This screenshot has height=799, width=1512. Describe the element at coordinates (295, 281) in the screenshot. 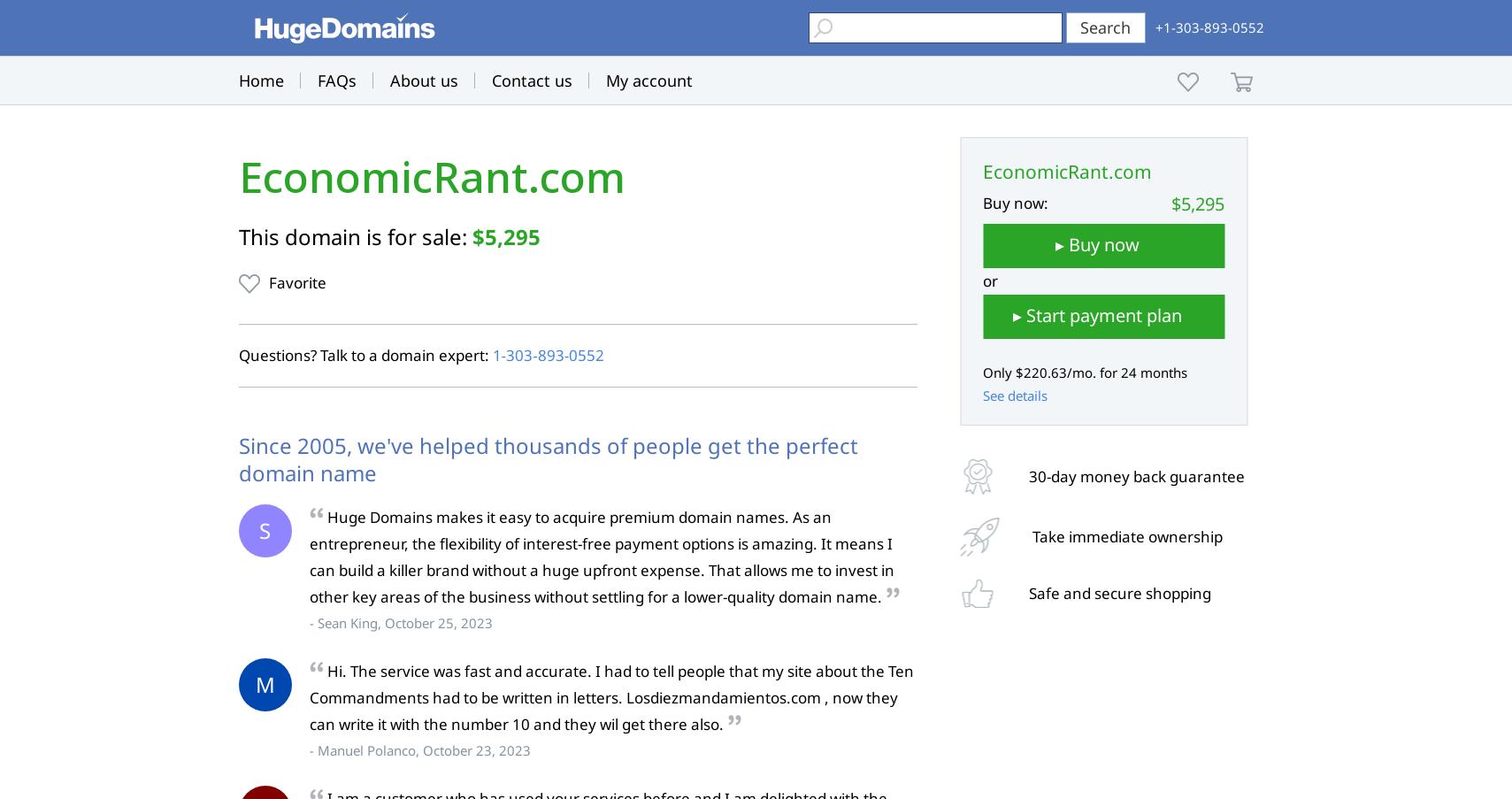

I see `'Favorite'` at that location.